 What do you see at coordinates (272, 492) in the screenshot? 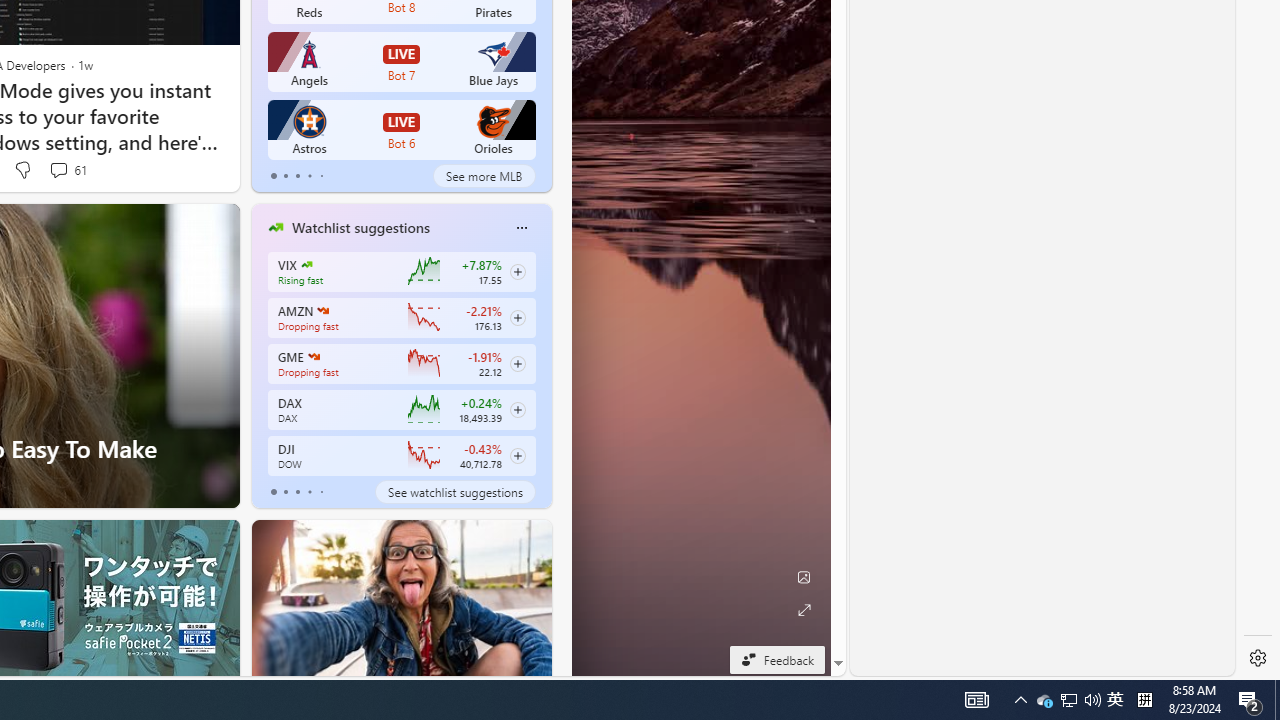
I see `'tab-0'` at bounding box center [272, 492].